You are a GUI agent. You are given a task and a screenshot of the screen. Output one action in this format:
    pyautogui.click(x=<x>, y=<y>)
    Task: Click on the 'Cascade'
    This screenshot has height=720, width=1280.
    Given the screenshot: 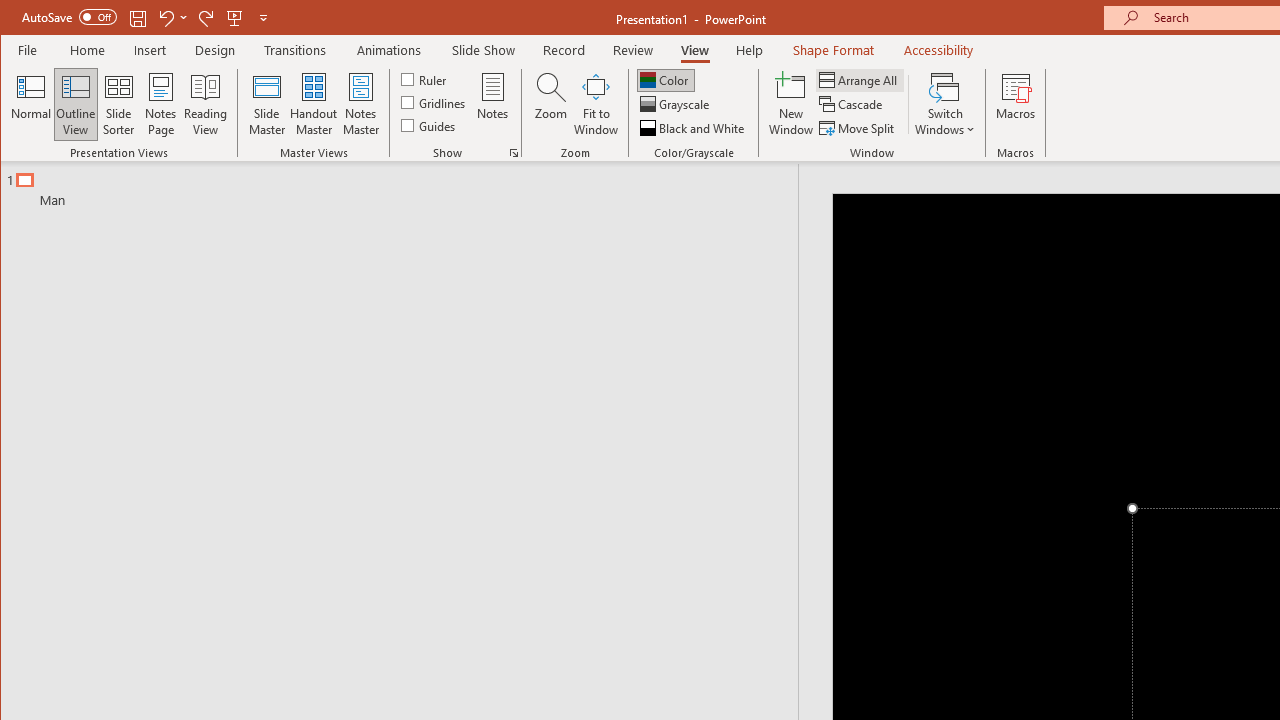 What is the action you would take?
    pyautogui.click(x=853, y=104)
    